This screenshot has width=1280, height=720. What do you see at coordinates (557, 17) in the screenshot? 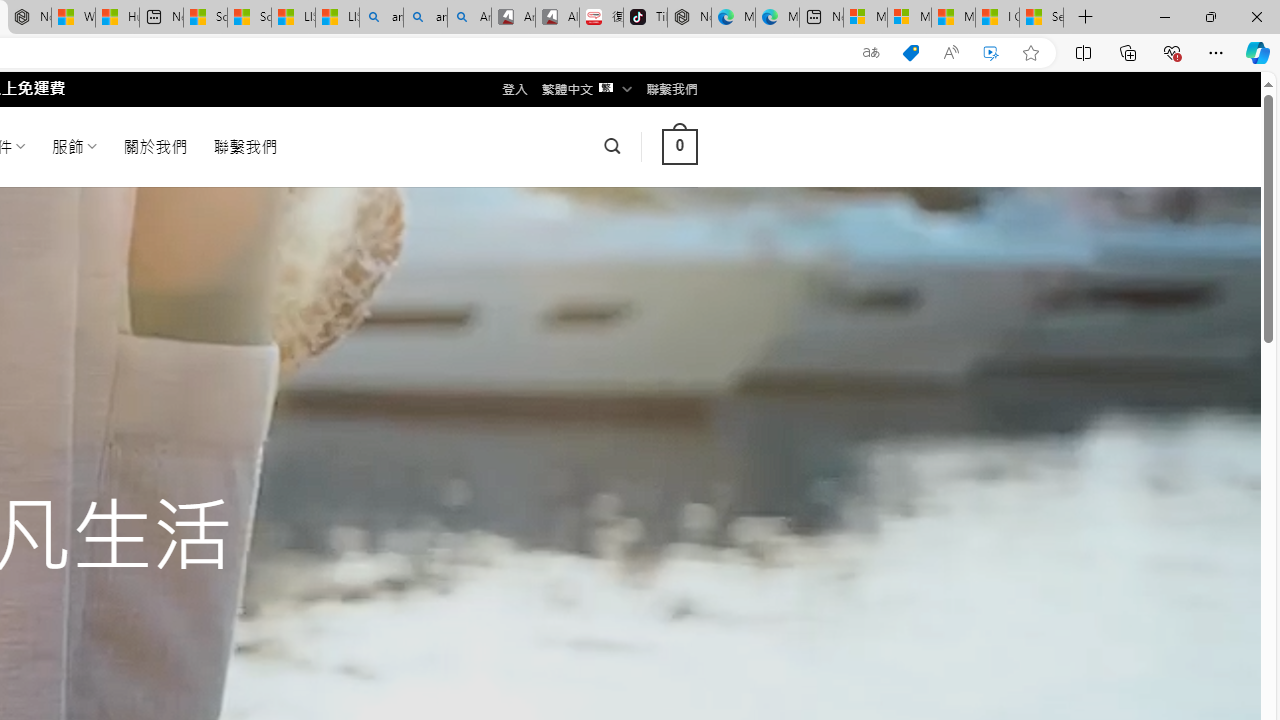
I see `'All Cubot phones'` at bounding box center [557, 17].